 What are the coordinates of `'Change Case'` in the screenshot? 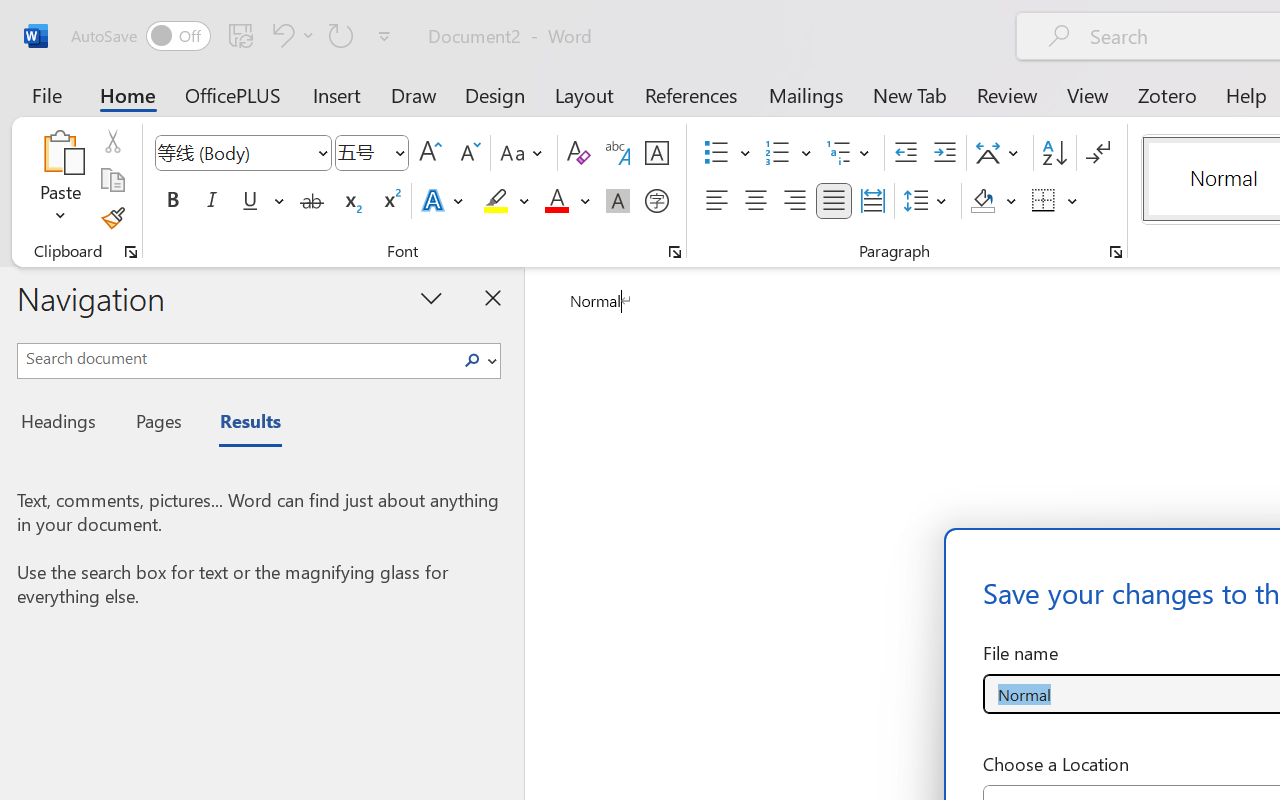 It's located at (524, 153).